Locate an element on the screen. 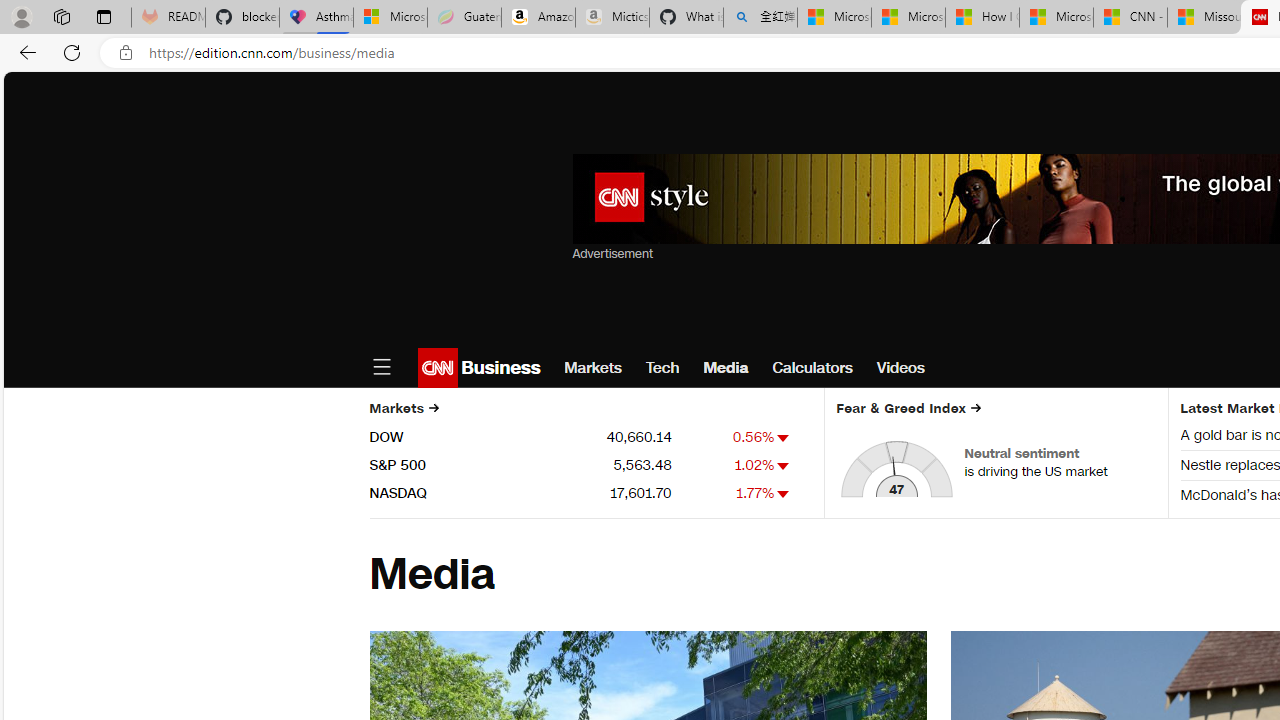 The image size is (1280, 720). 'AutomationID: fear-and-greed-dial' is located at coordinates (895, 468).